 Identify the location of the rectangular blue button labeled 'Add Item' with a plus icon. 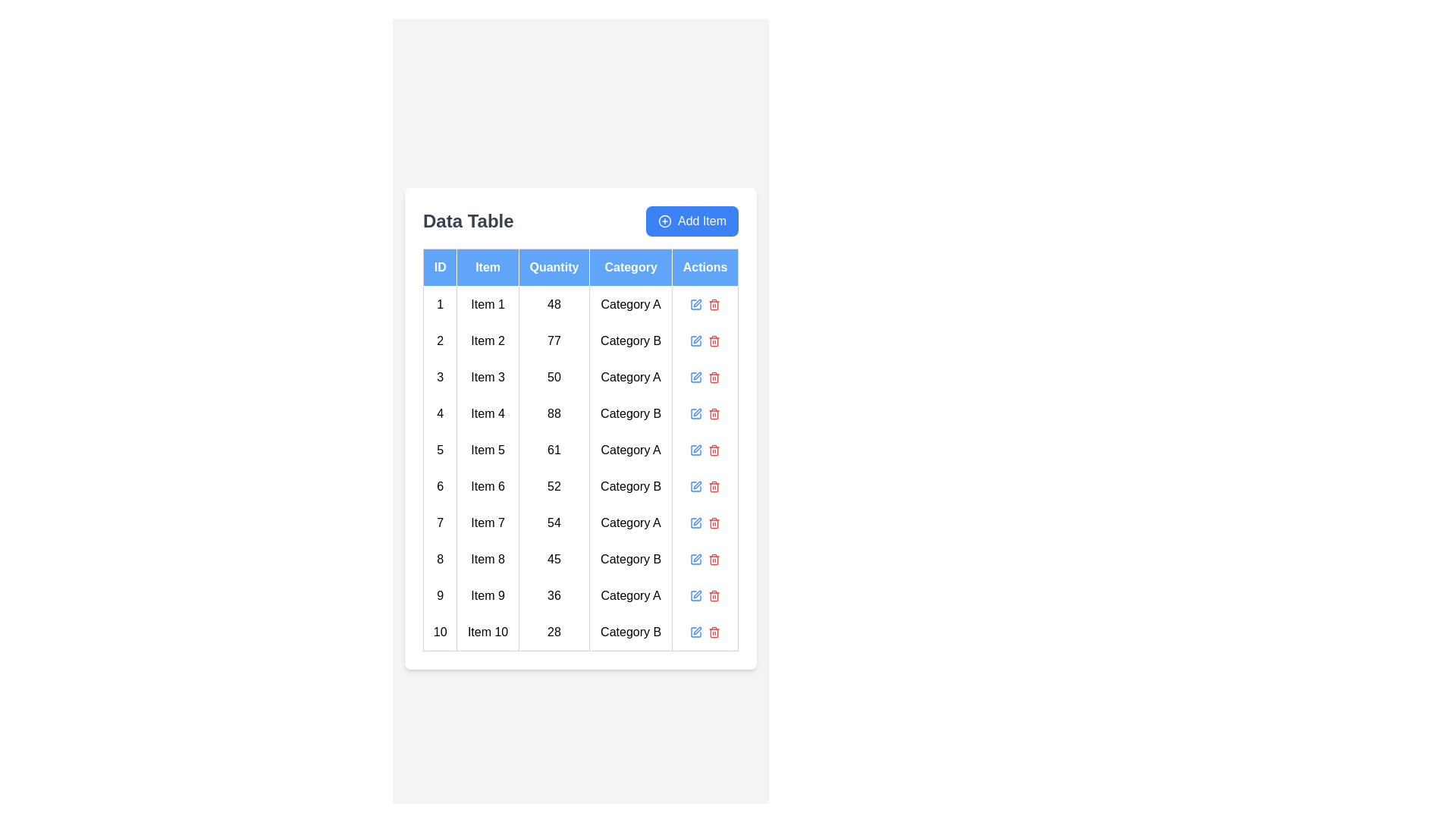
(691, 221).